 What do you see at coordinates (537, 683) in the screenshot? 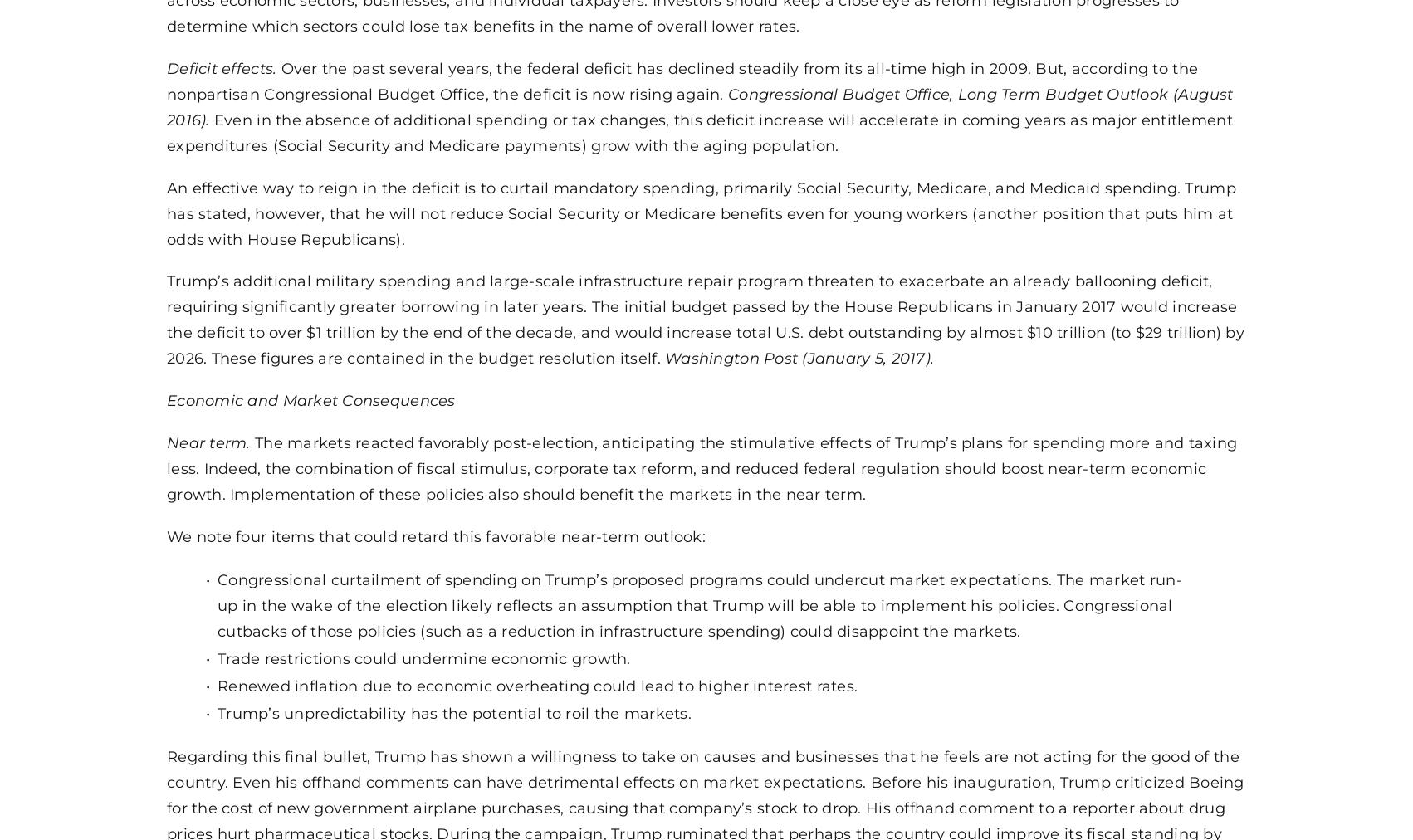
I see `'Renewed inflation due to economic overheating could lead to higher interest rates.'` at bounding box center [537, 683].